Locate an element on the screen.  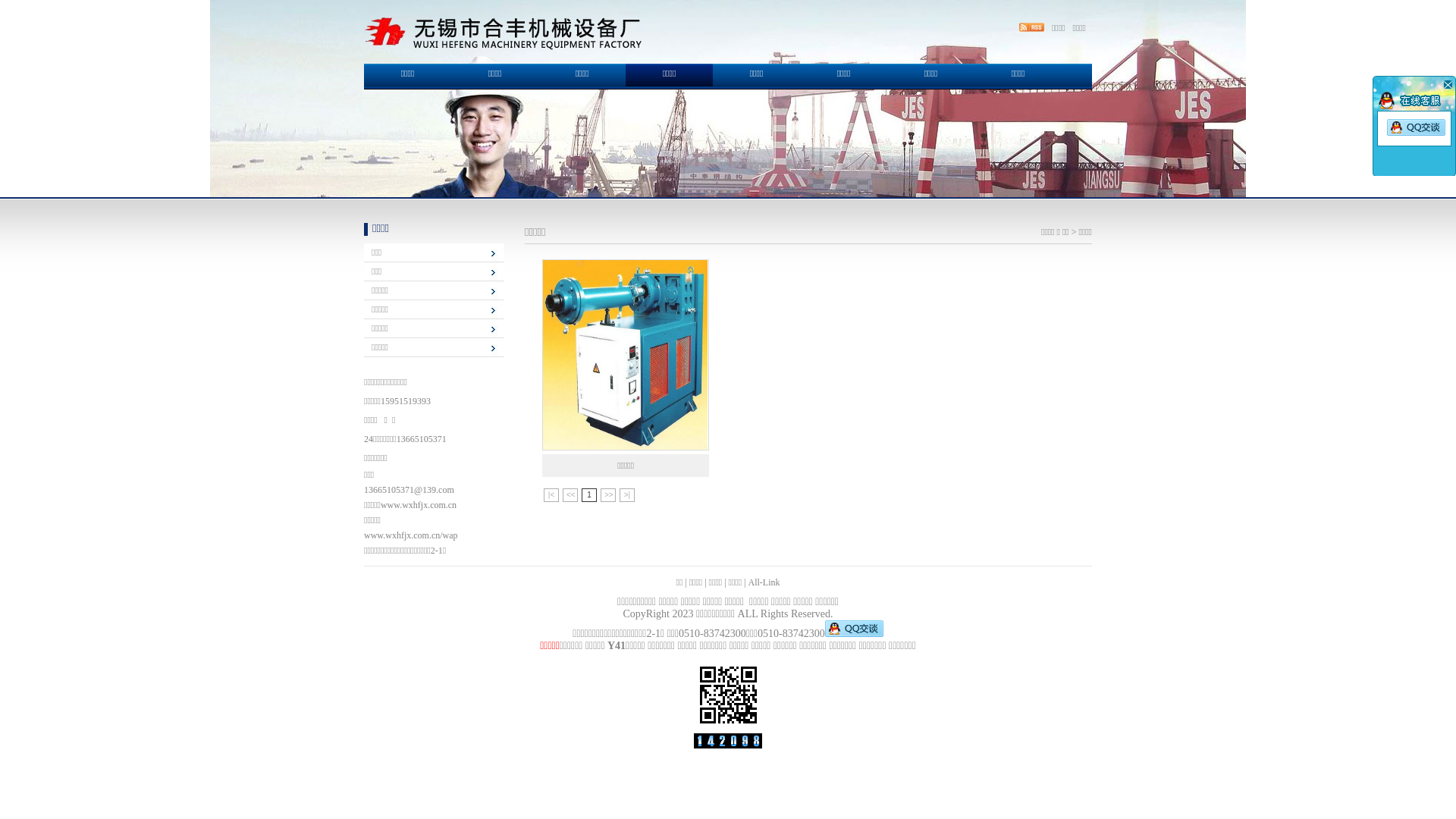
'www.wxhfjx.com.cn' is located at coordinates (381, 505).